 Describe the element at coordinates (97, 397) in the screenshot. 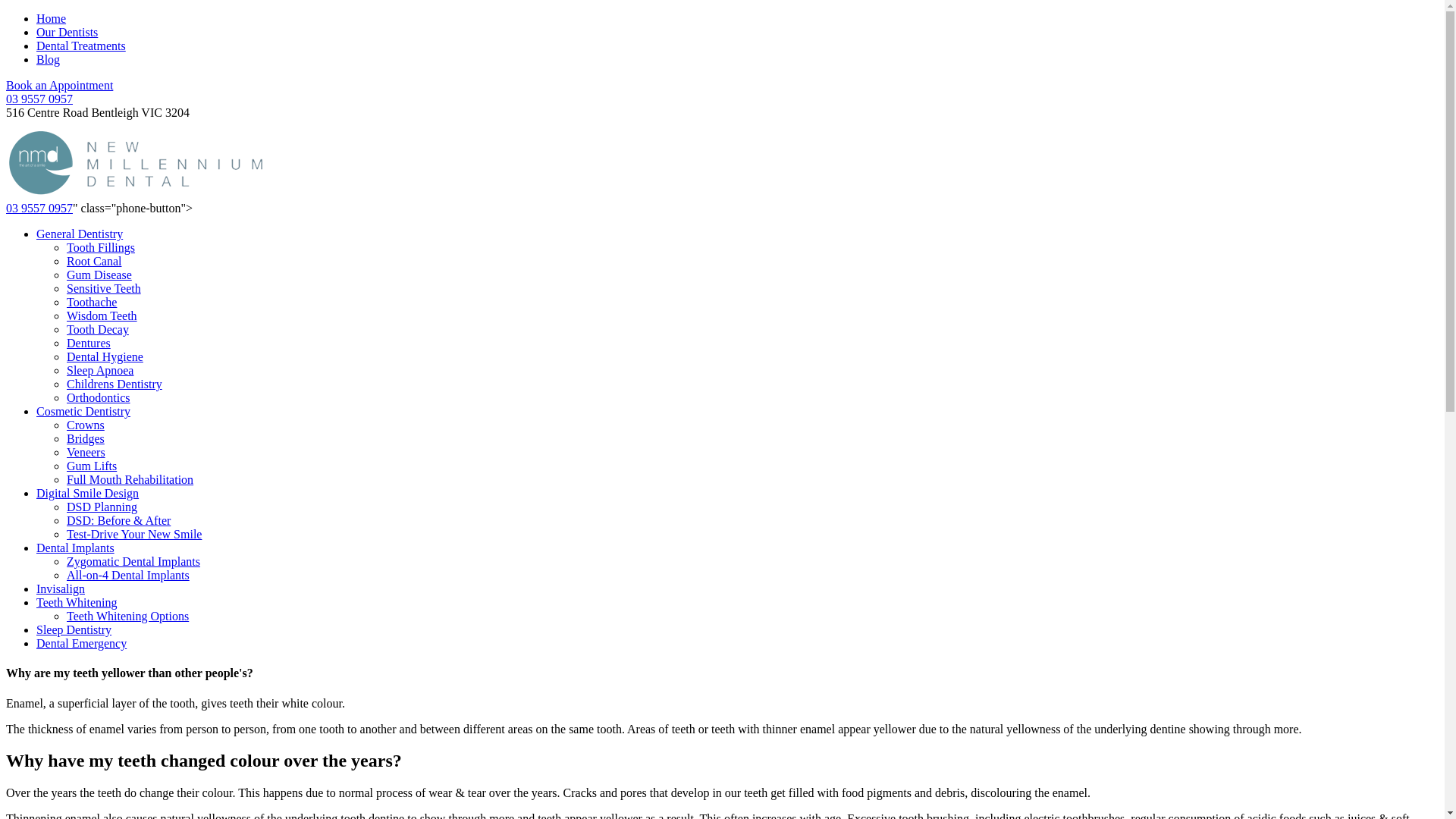

I see `'Orthodontics'` at that location.